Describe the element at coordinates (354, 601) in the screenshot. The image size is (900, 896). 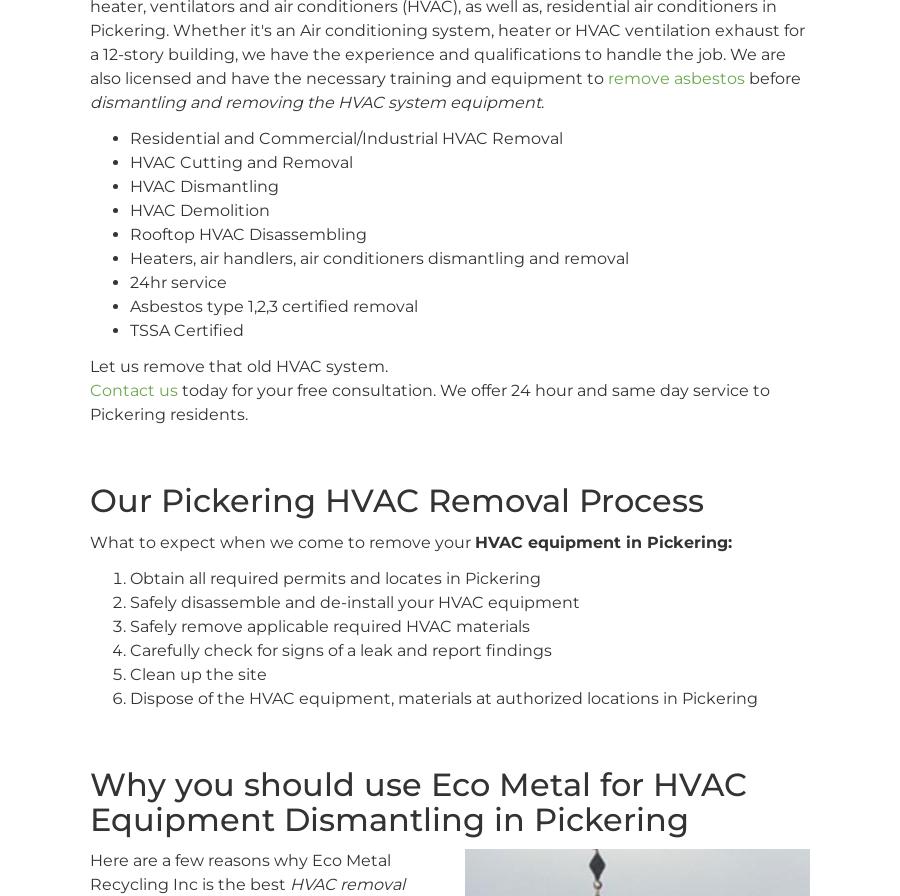
I see `'Safely disassemble and de-install your HVAC equipment'` at that location.